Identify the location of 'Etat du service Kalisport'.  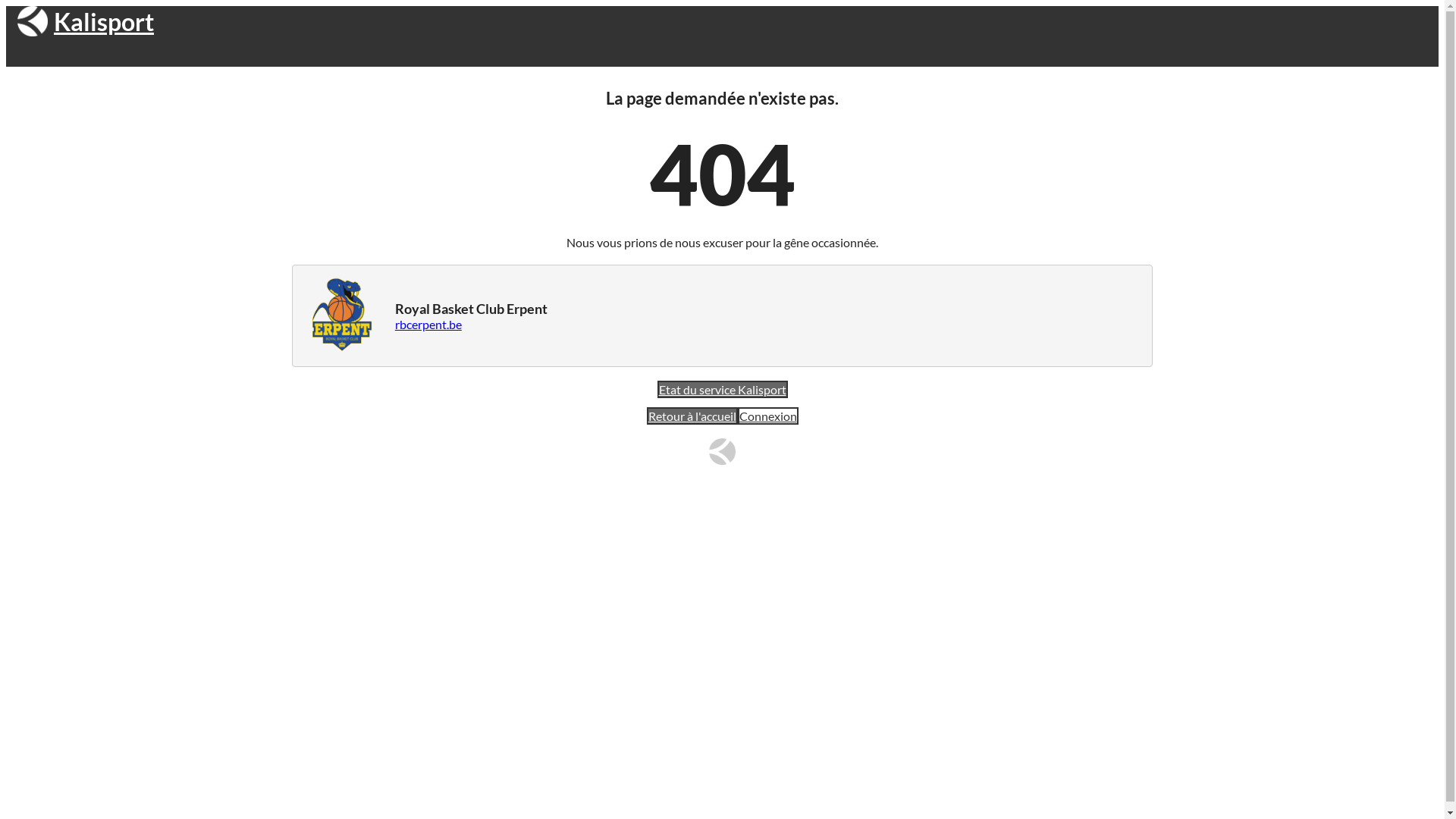
(720, 388).